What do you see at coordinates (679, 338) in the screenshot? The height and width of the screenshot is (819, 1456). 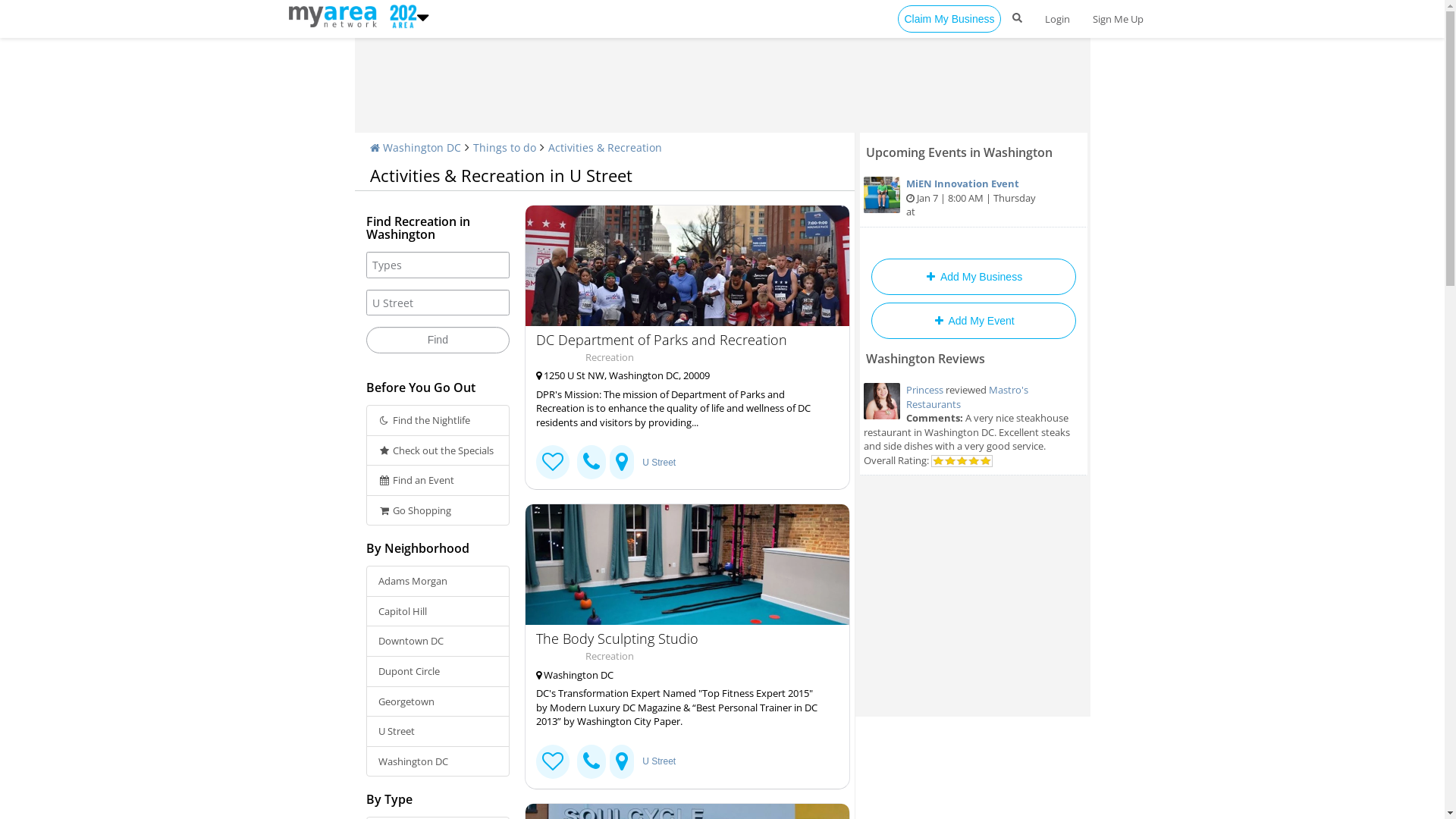 I see `'DC Department of Parks and Recreation'` at bounding box center [679, 338].